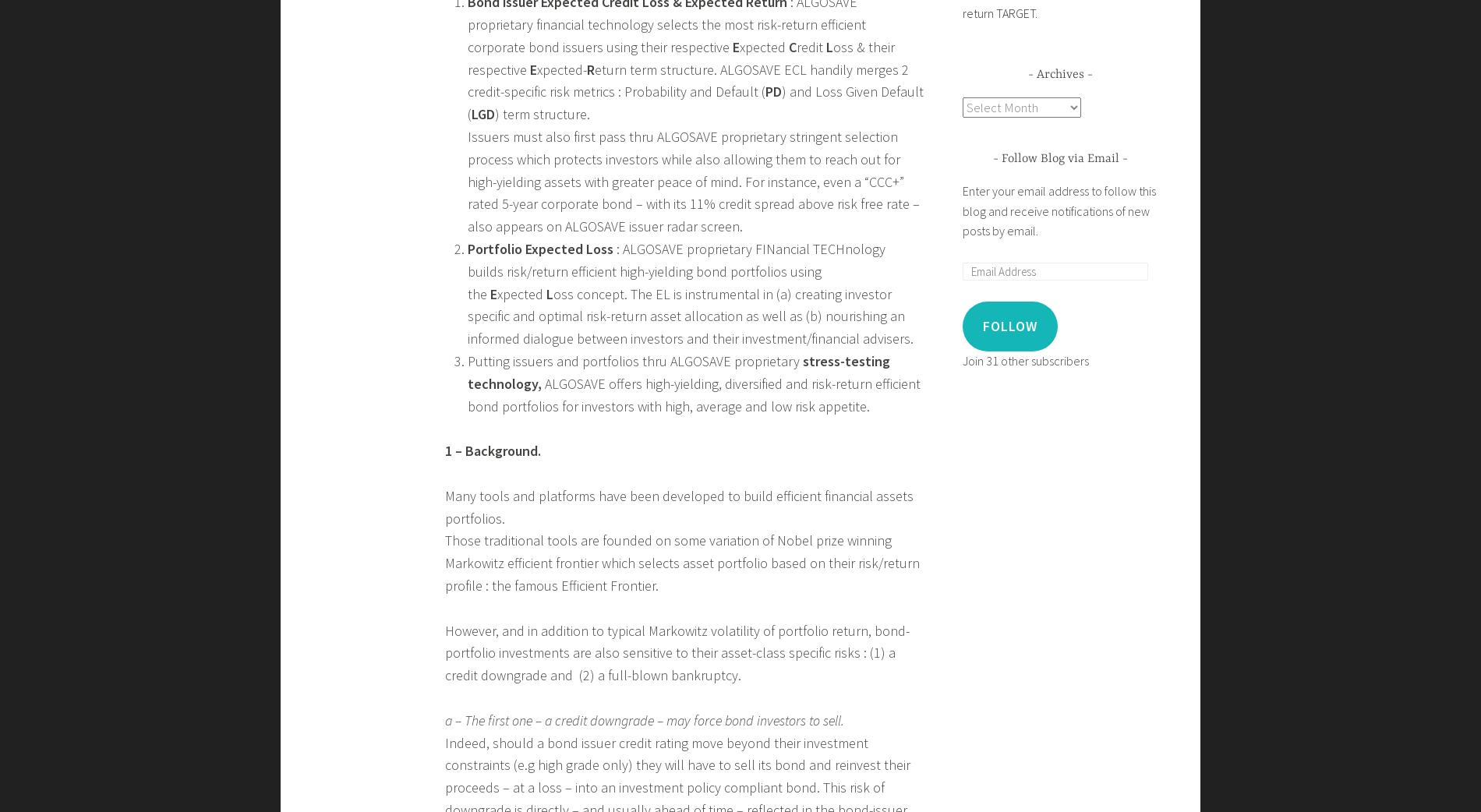 The height and width of the screenshot is (812, 1481). I want to click on 'eturn term structure. ALGOSAVE ECL handily merges 2 credit-specific risk metrics : Probability and Default (', so click(686, 79).